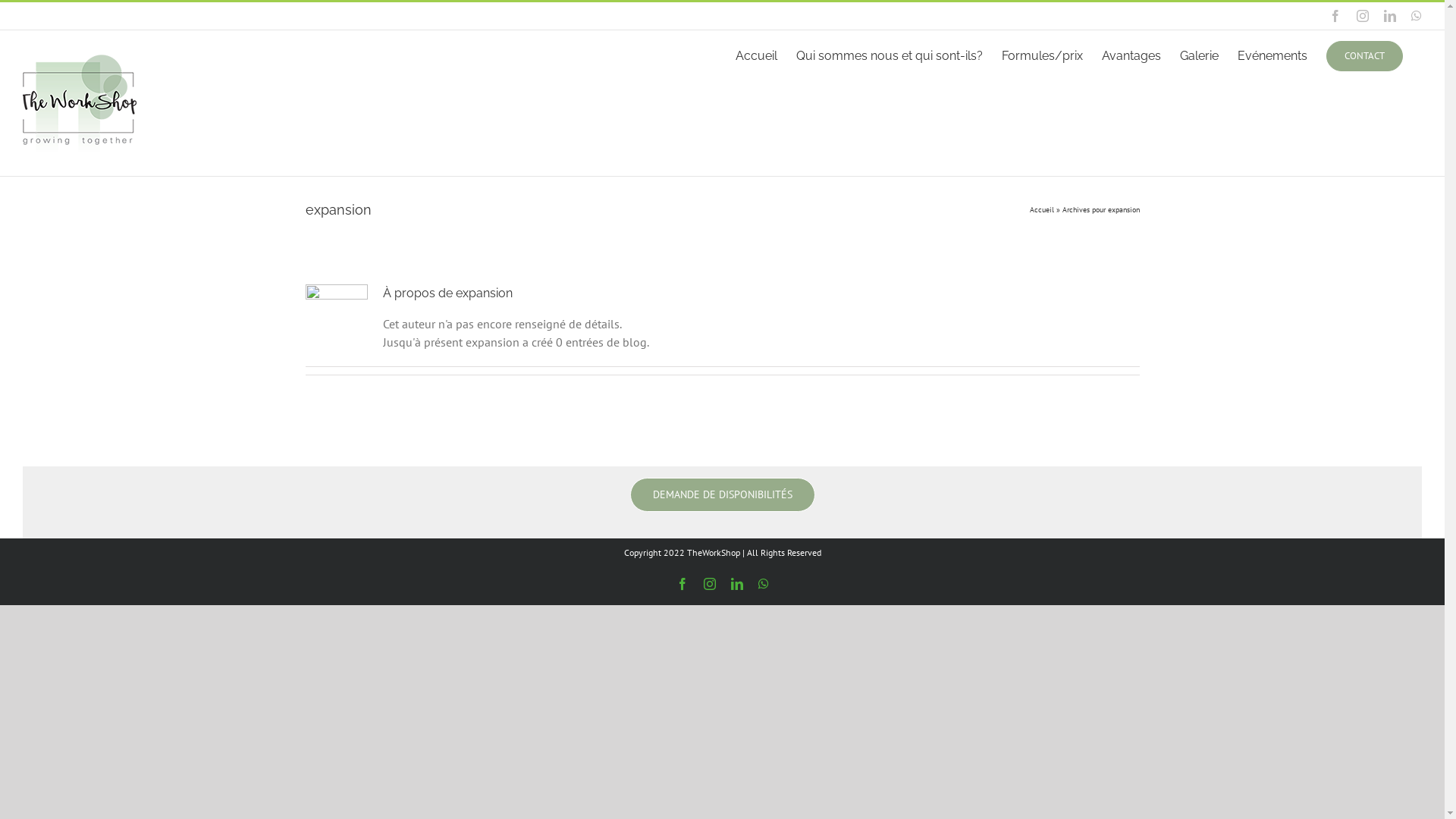 This screenshot has width=1456, height=819. What do you see at coordinates (1364, 54) in the screenshot?
I see `'CONTACT'` at bounding box center [1364, 54].